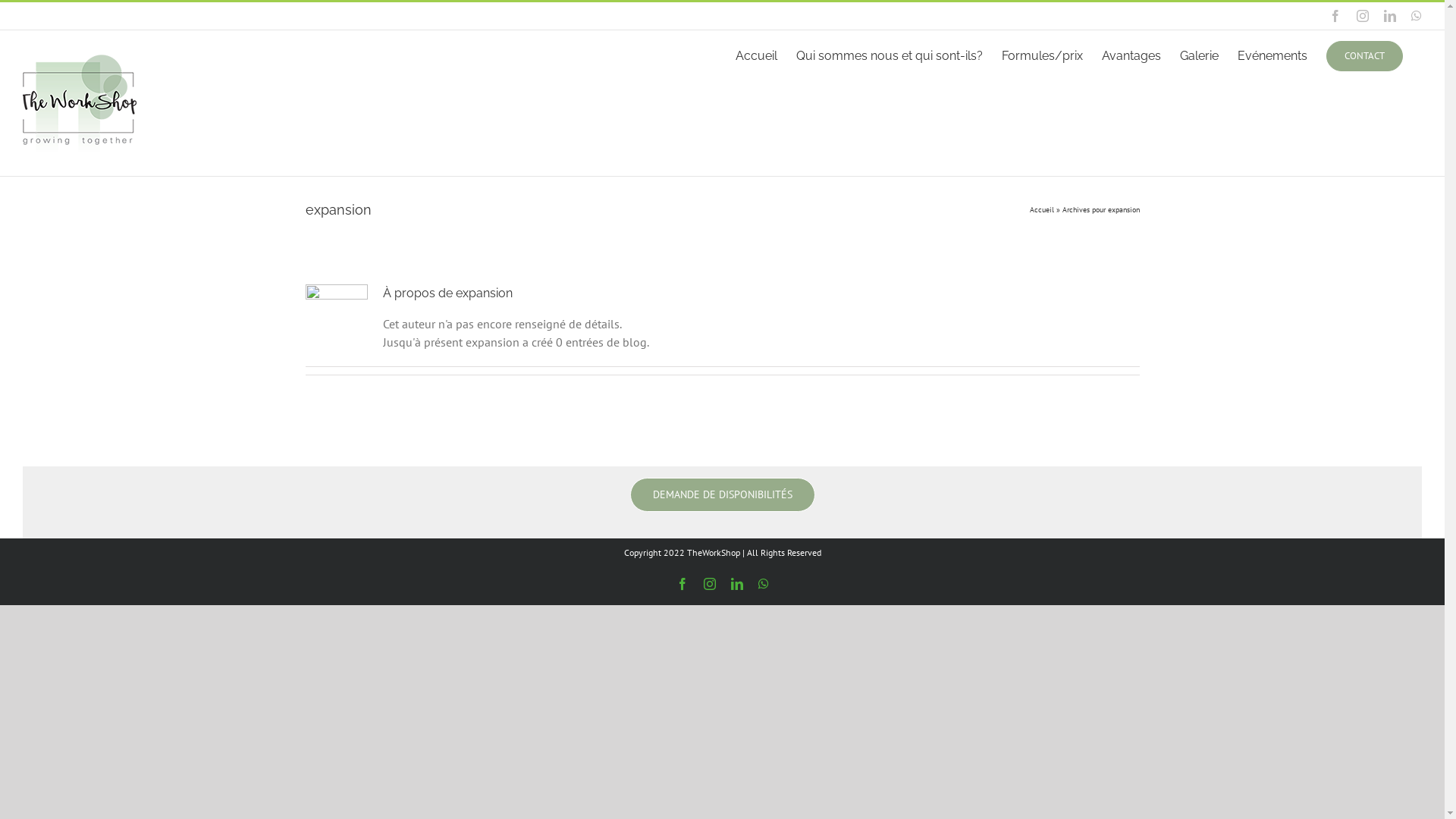 This screenshot has width=1456, height=819. What do you see at coordinates (1364, 54) in the screenshot?
I see `'CONTACT'` at bounding box center [1364, 54].